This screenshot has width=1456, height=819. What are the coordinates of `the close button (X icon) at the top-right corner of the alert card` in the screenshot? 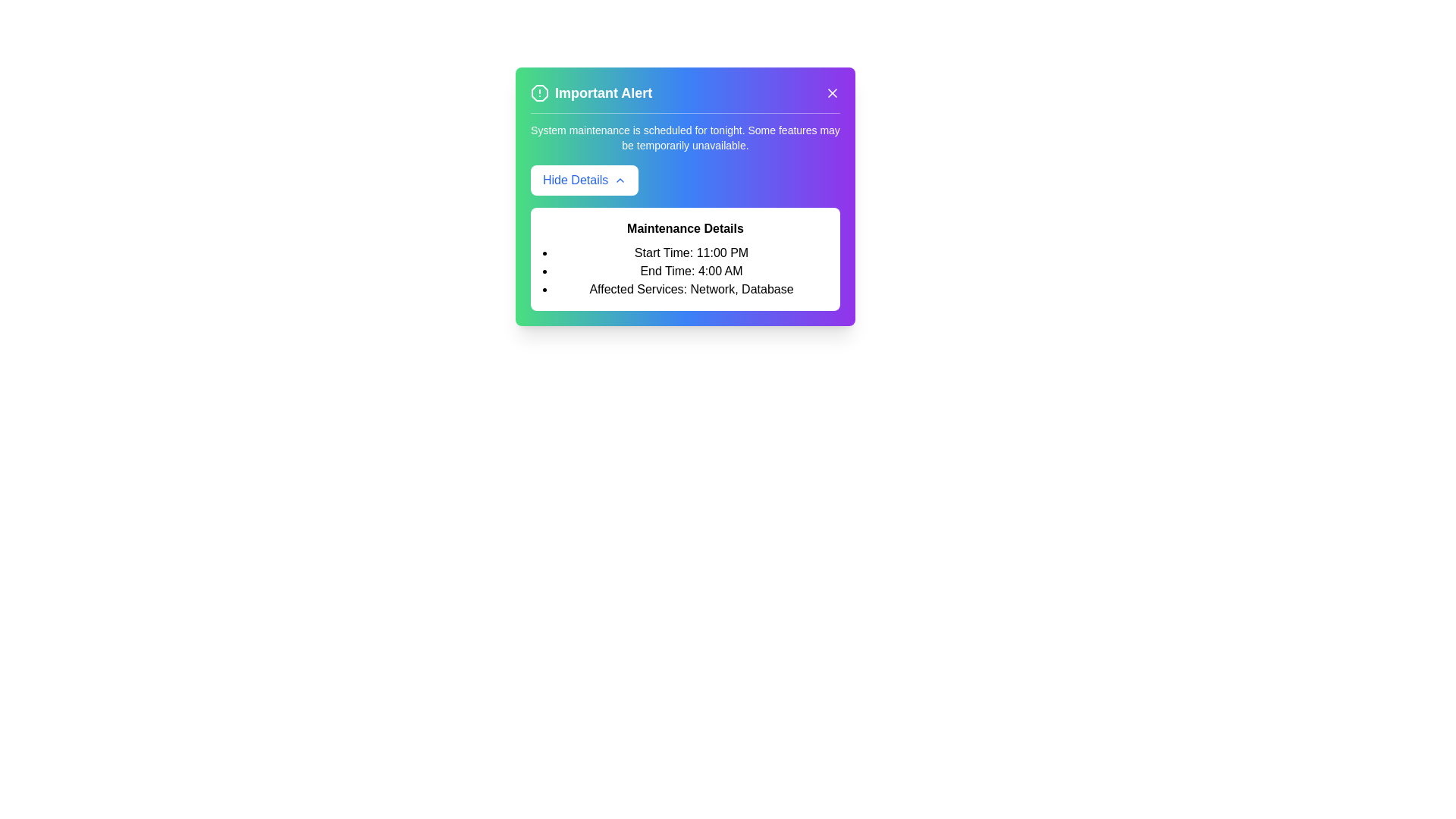 It's located at (832, 93).